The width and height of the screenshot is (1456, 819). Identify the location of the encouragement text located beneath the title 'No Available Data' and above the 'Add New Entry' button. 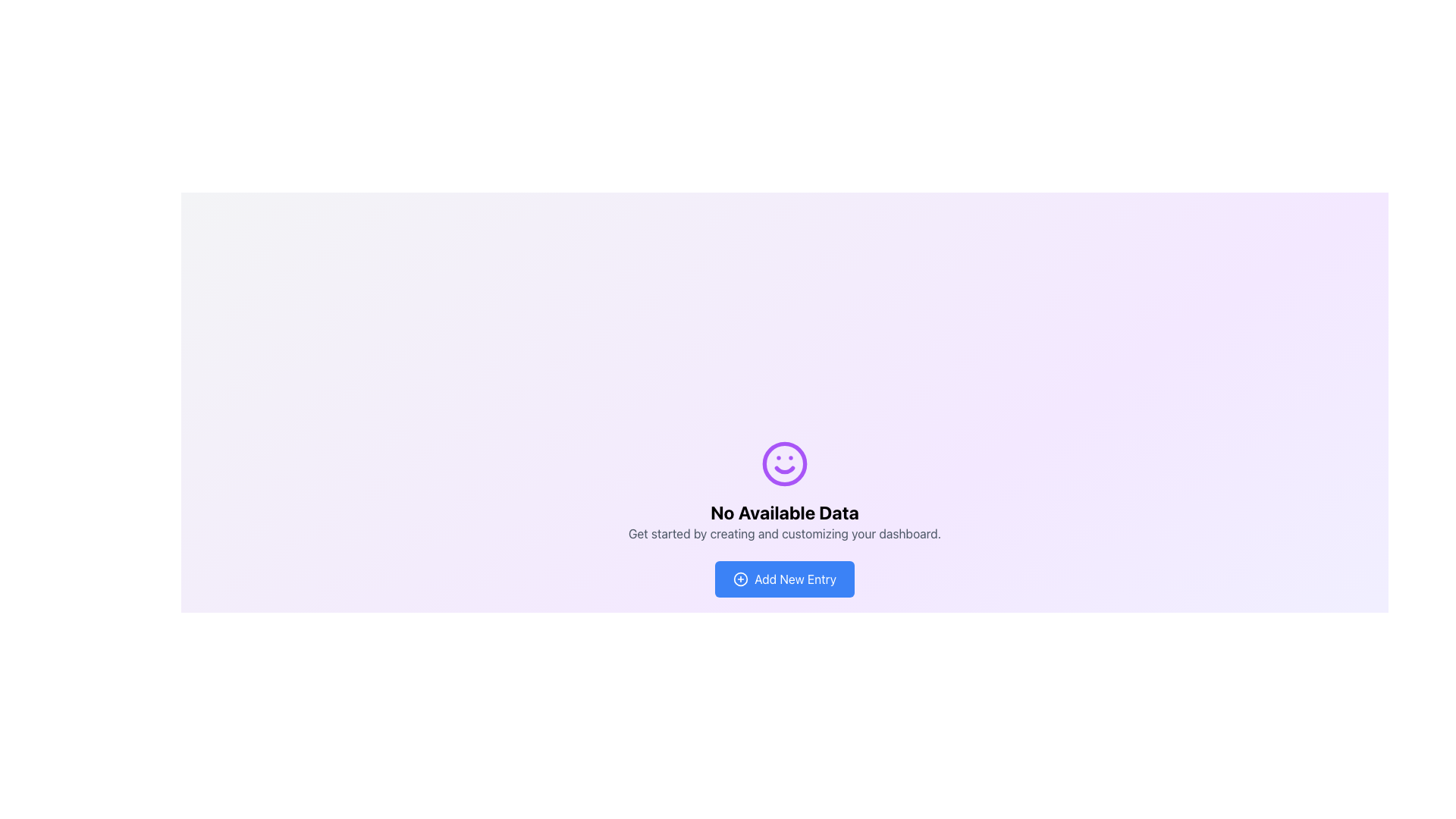
(785, 533).